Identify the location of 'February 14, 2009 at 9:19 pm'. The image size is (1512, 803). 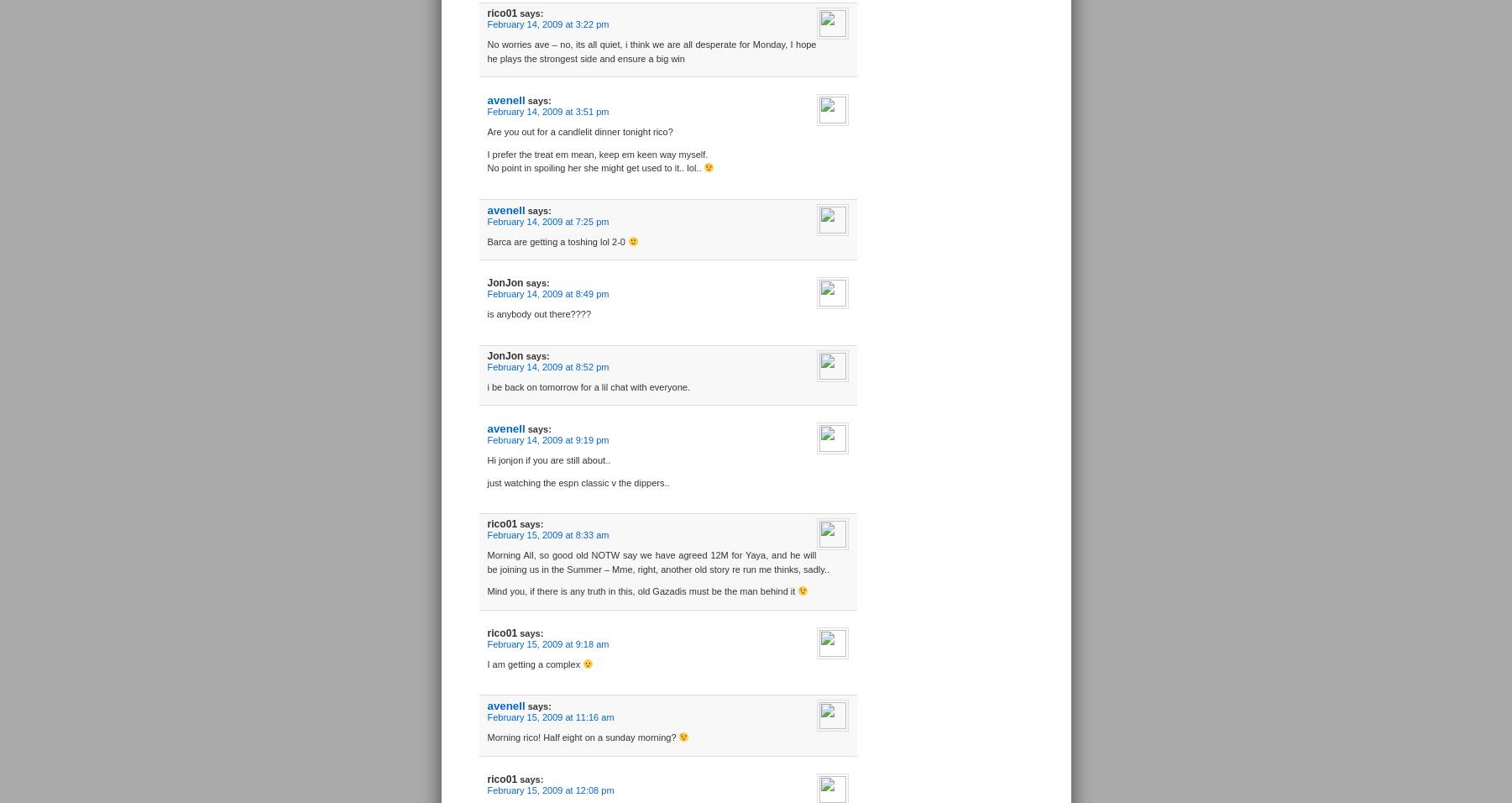
(547, 438).